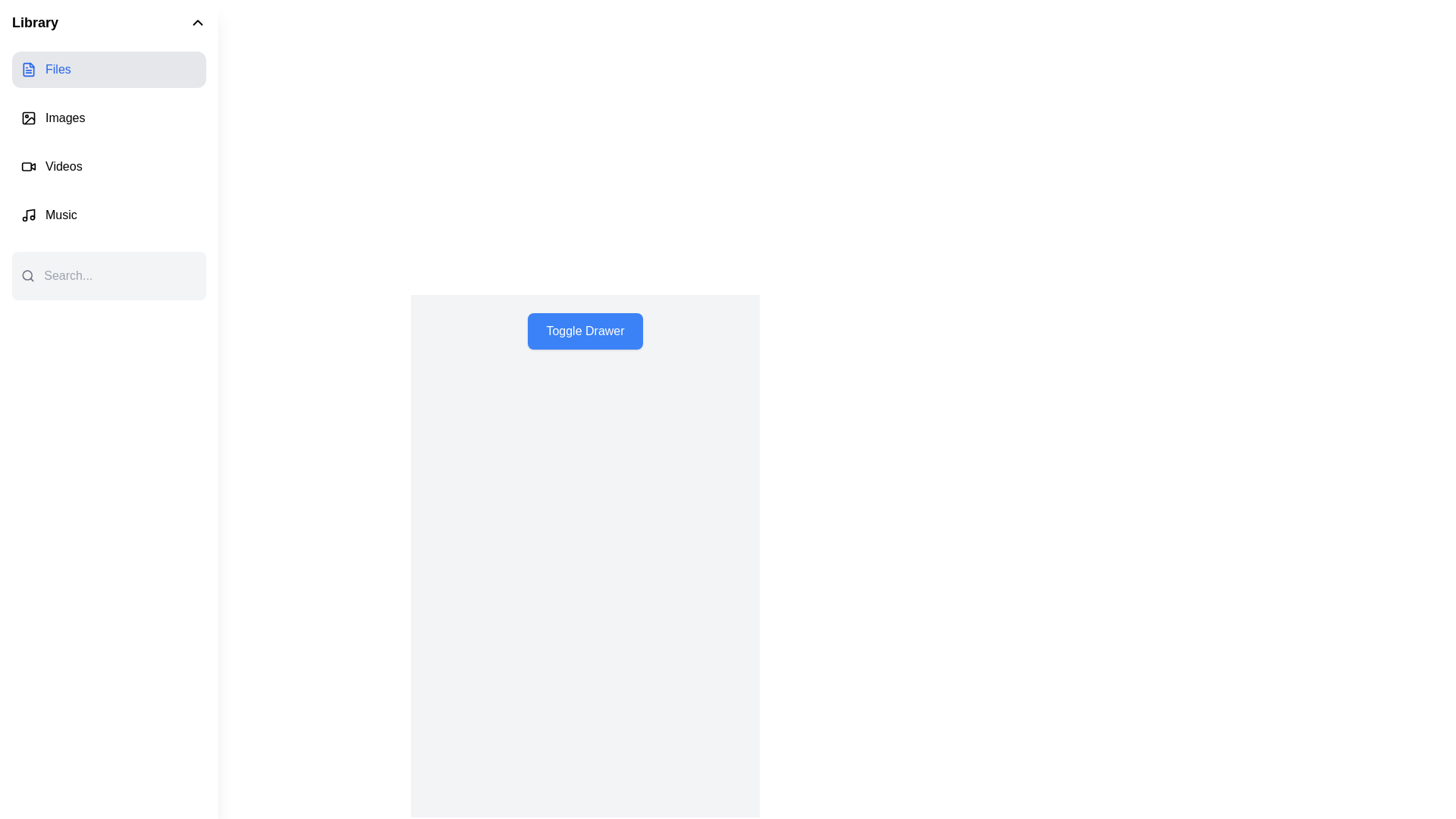  Describe the element at coordinates (29, 70) in the screenshot. I see `the light gray file document icon with a folded corner located in the sidebar next to the 'Files' label` at that location.